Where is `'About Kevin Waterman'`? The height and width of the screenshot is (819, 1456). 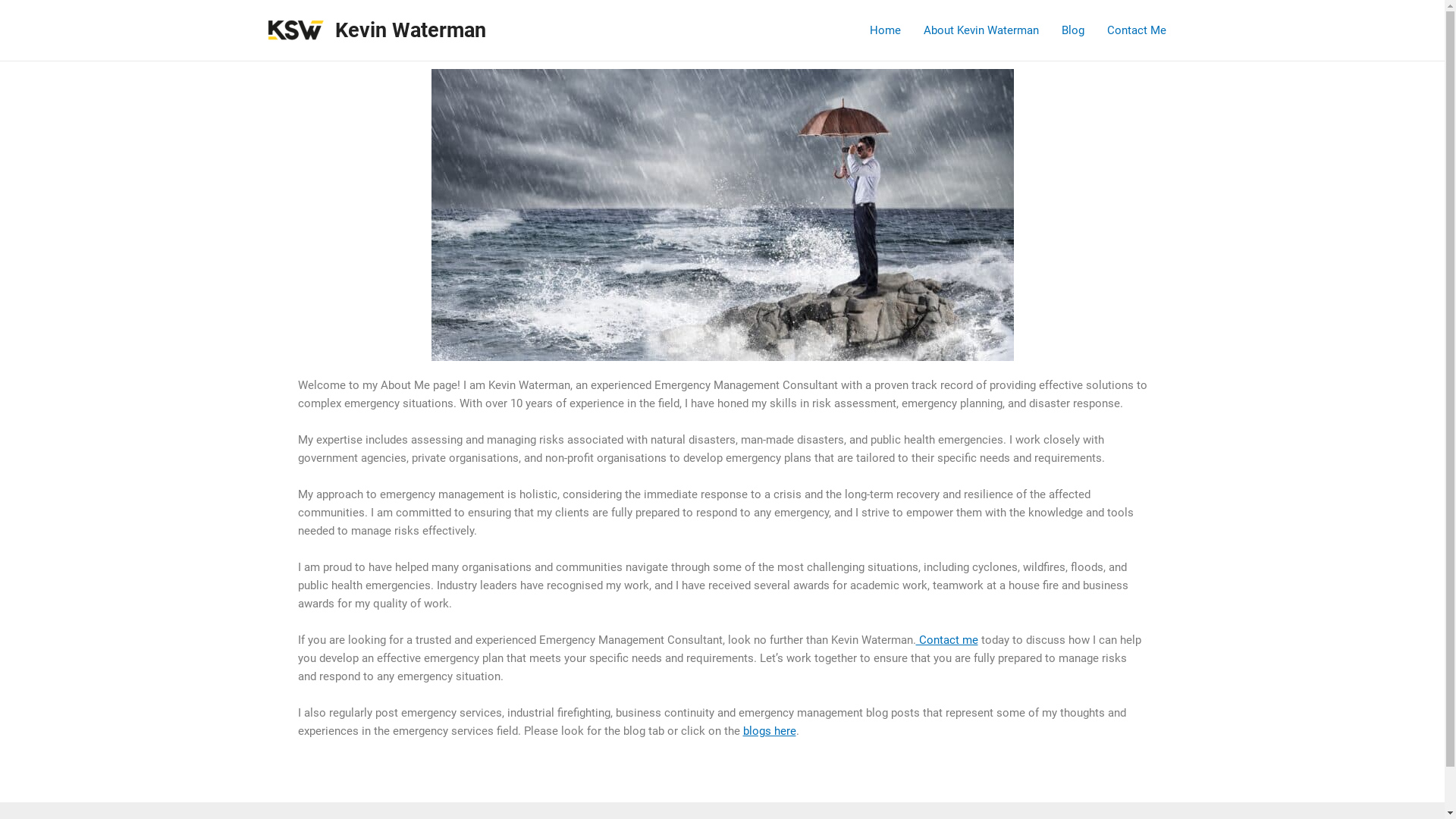 'About Kevin Waterman' is located at coordinates (980, 30).